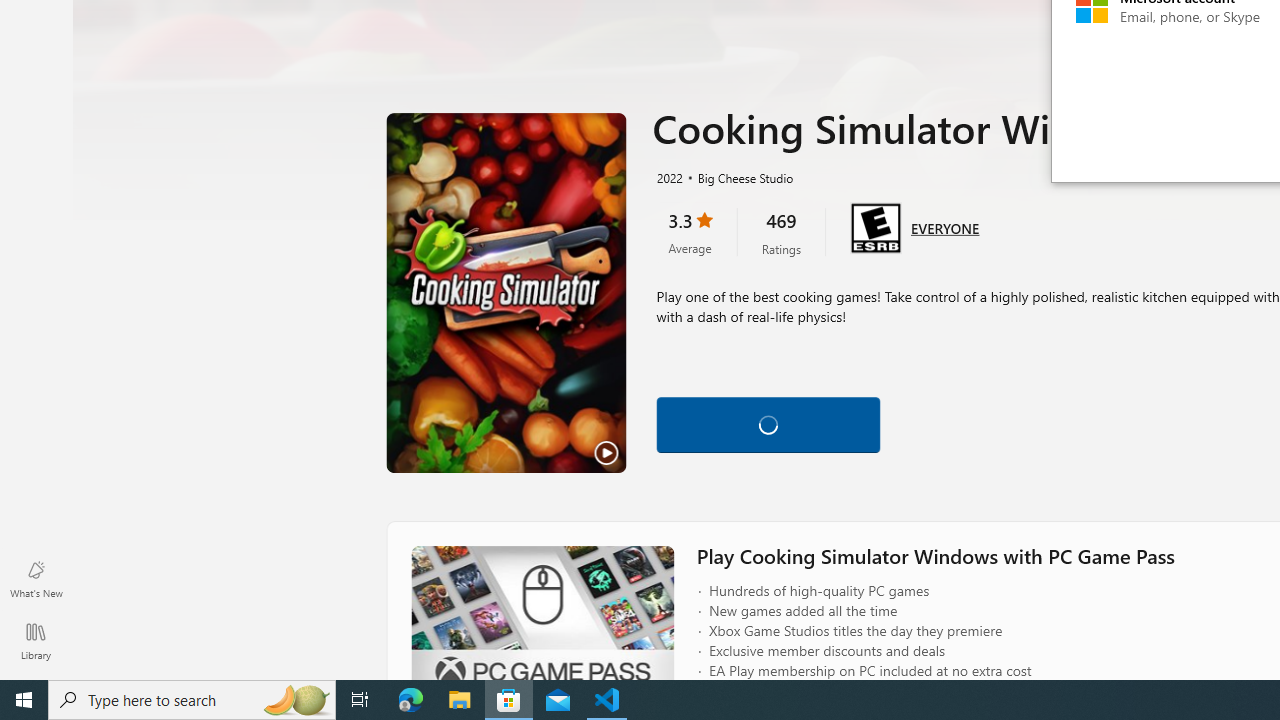 The image size is (1280, 720). I want to click on 'Play Trailer', so click(506, 293).